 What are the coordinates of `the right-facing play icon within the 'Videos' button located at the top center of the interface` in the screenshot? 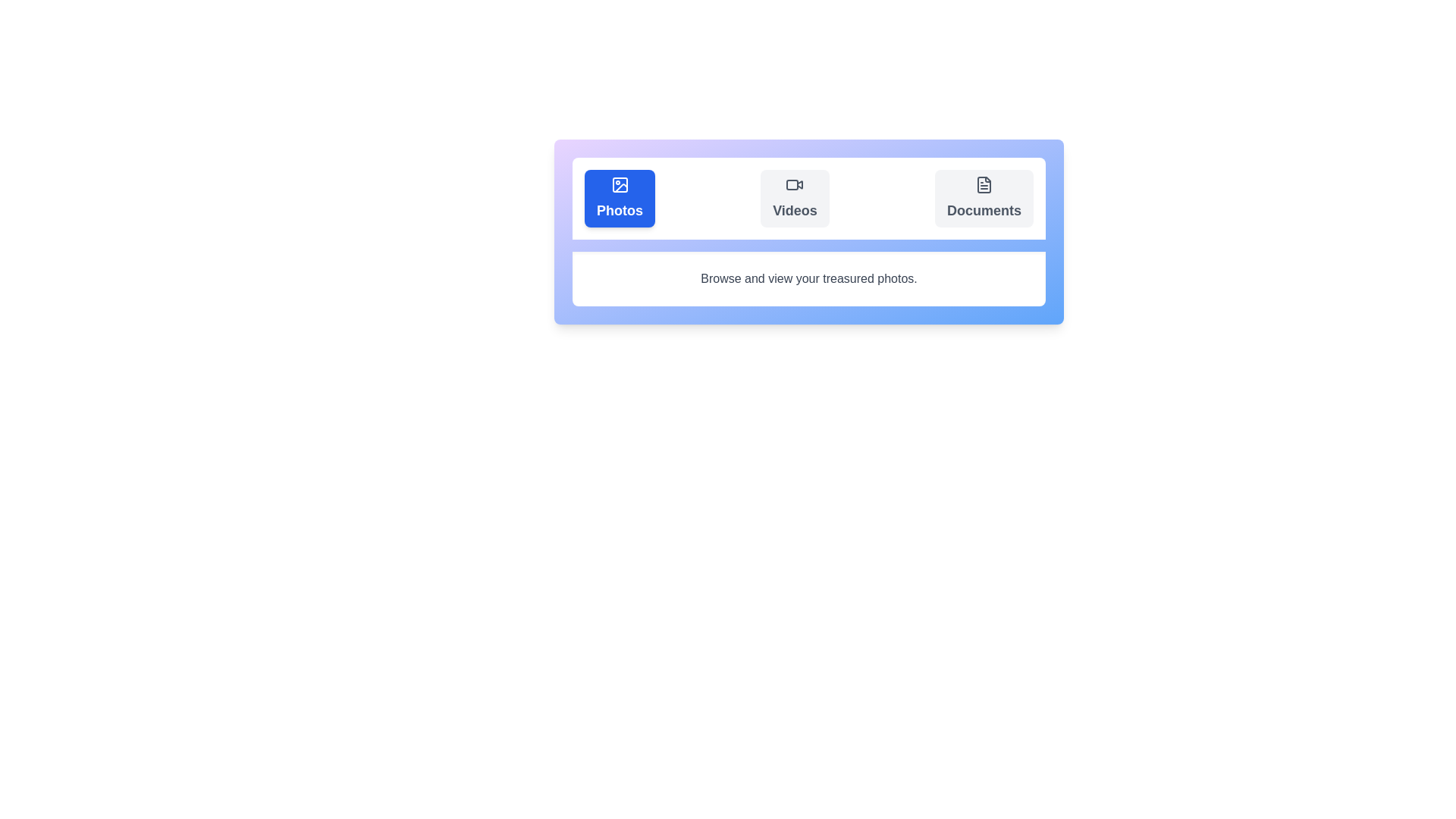 It's located at (799, 184).